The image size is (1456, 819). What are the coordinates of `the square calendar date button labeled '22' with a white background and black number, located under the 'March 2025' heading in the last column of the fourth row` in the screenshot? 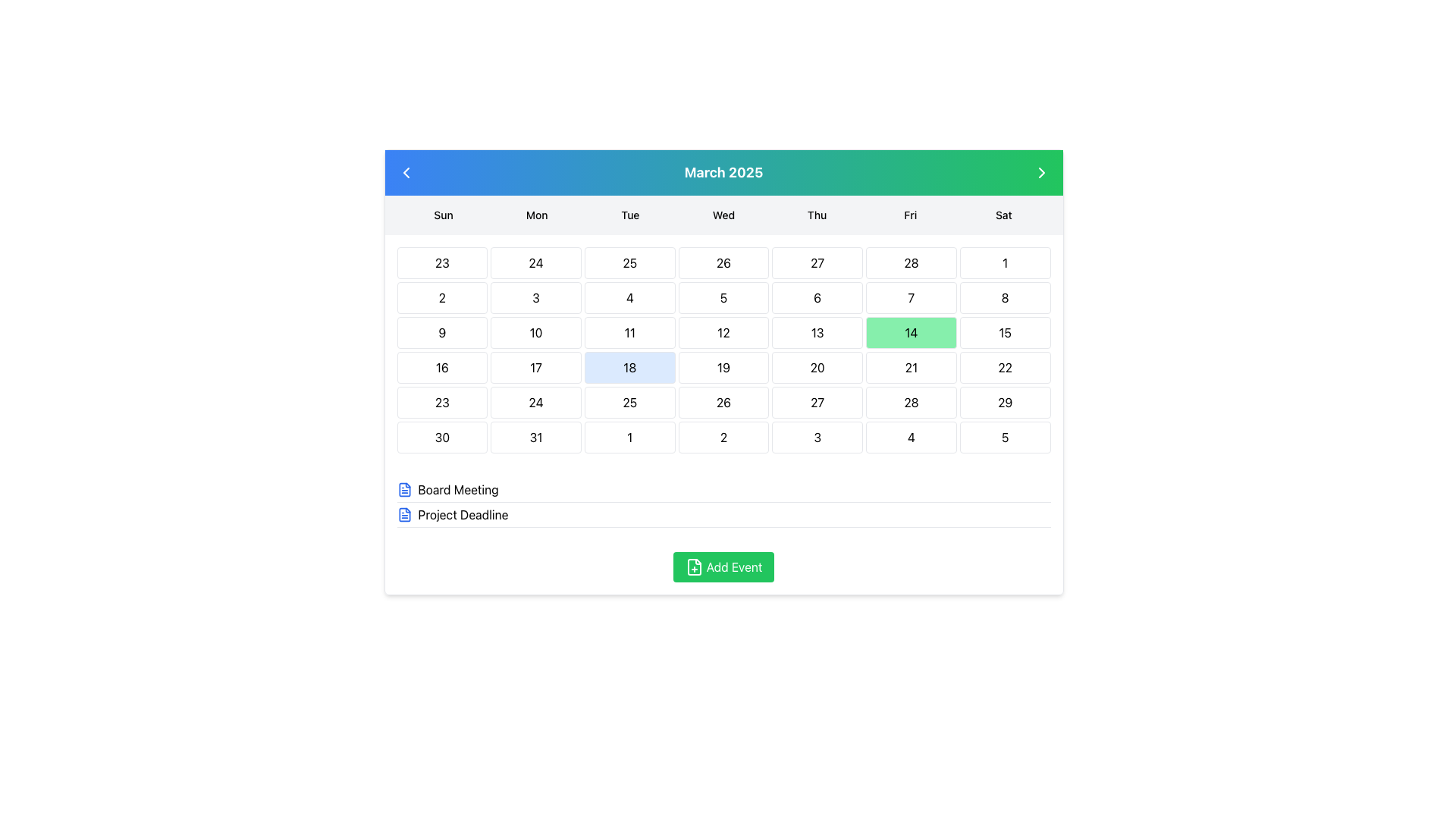 It's located at (1005, 368).